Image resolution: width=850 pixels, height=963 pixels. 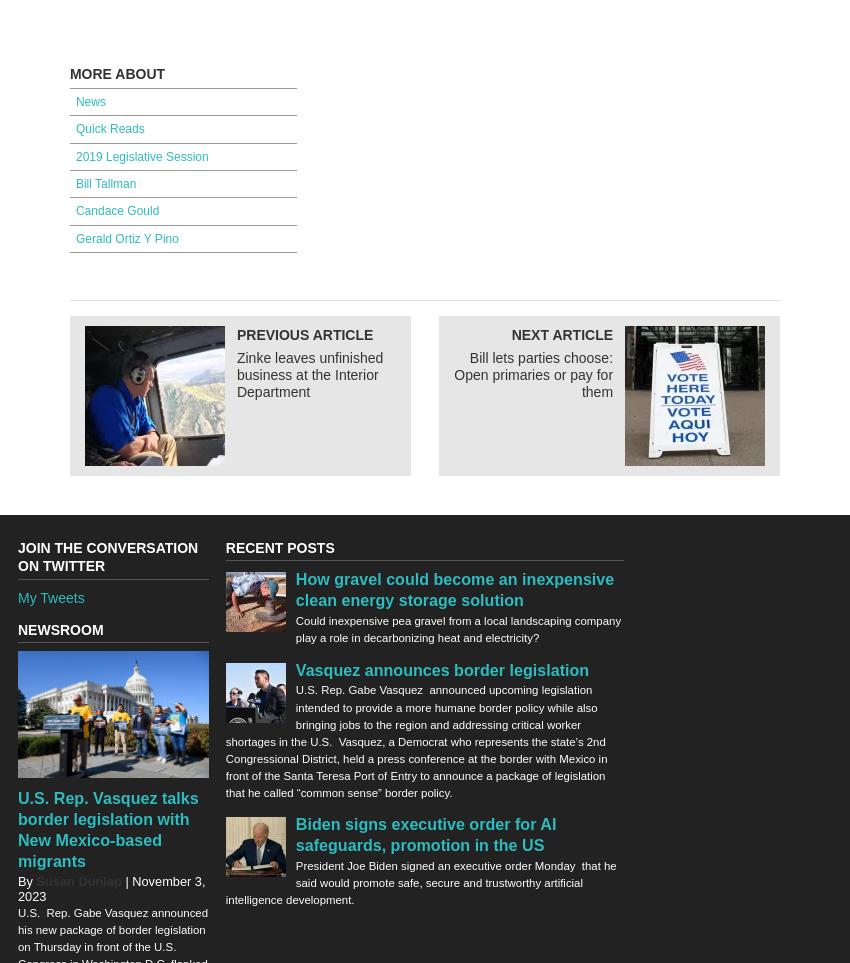 I want to click on '2019 Legislative Session', so click(x=74, y=156).